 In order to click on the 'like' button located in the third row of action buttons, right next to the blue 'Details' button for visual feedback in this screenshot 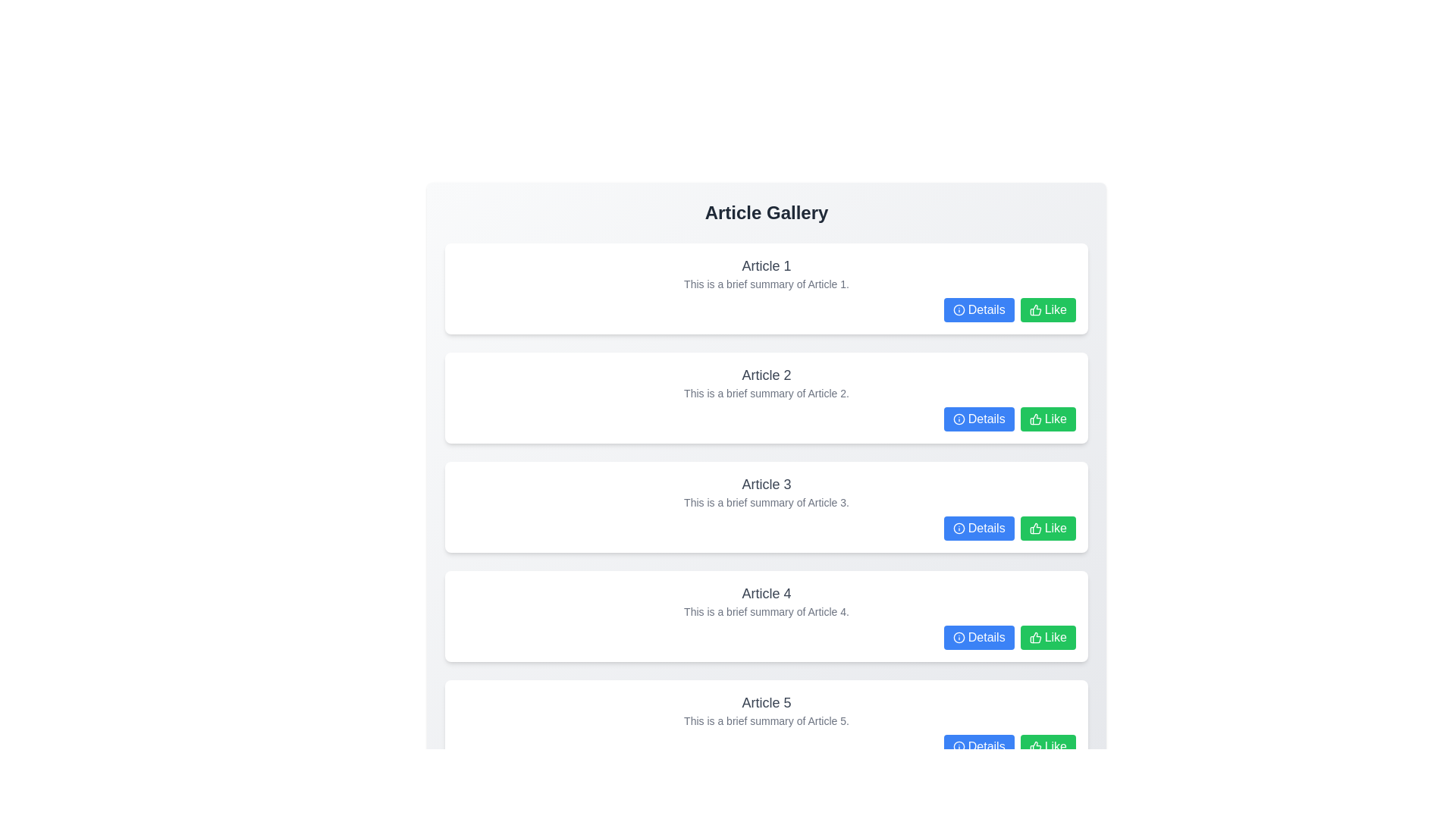, I will do `click(1047, 528)`.